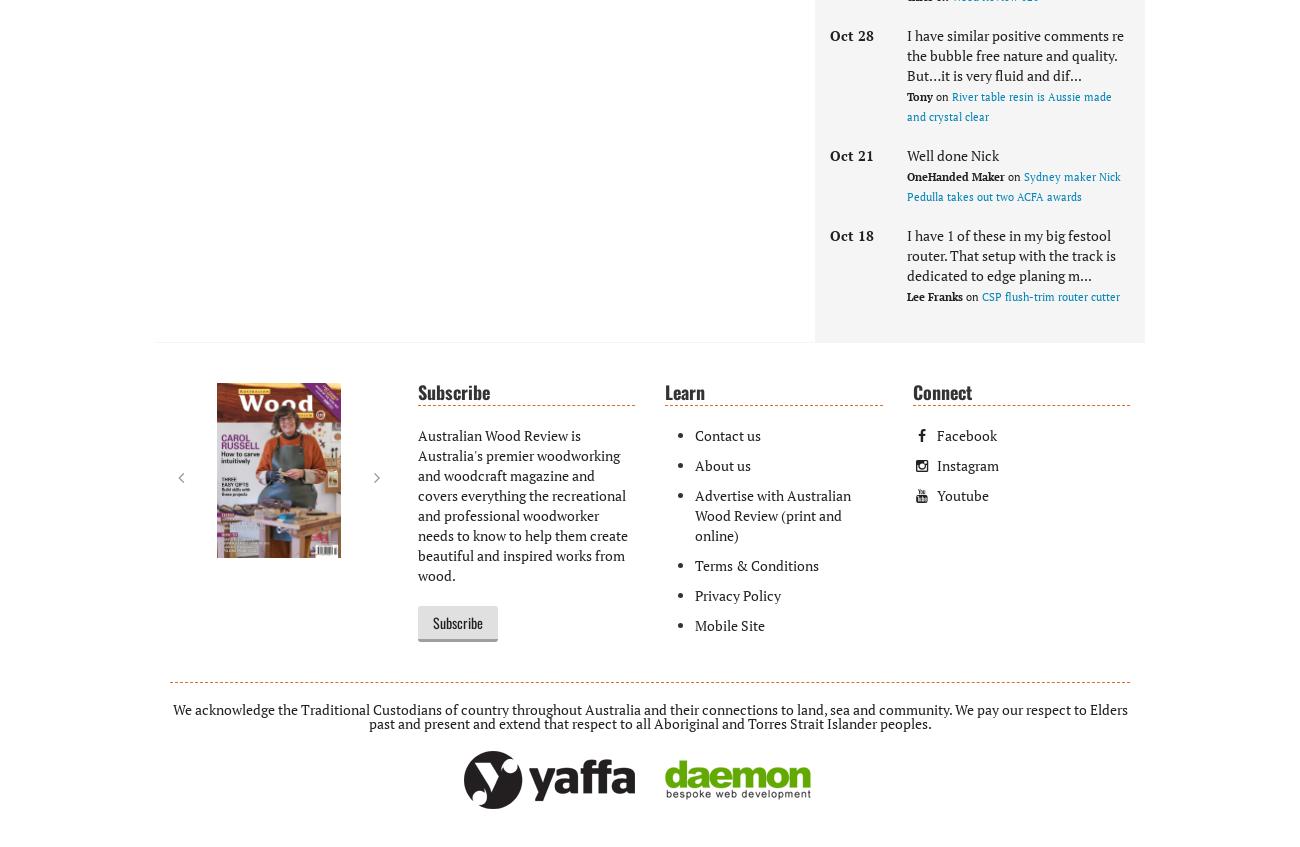 The width and height of the screenshot is (1300, 847). Describe the element at coordinates (962, 494) in the screenshot. I see `'Youtube'` at that location.